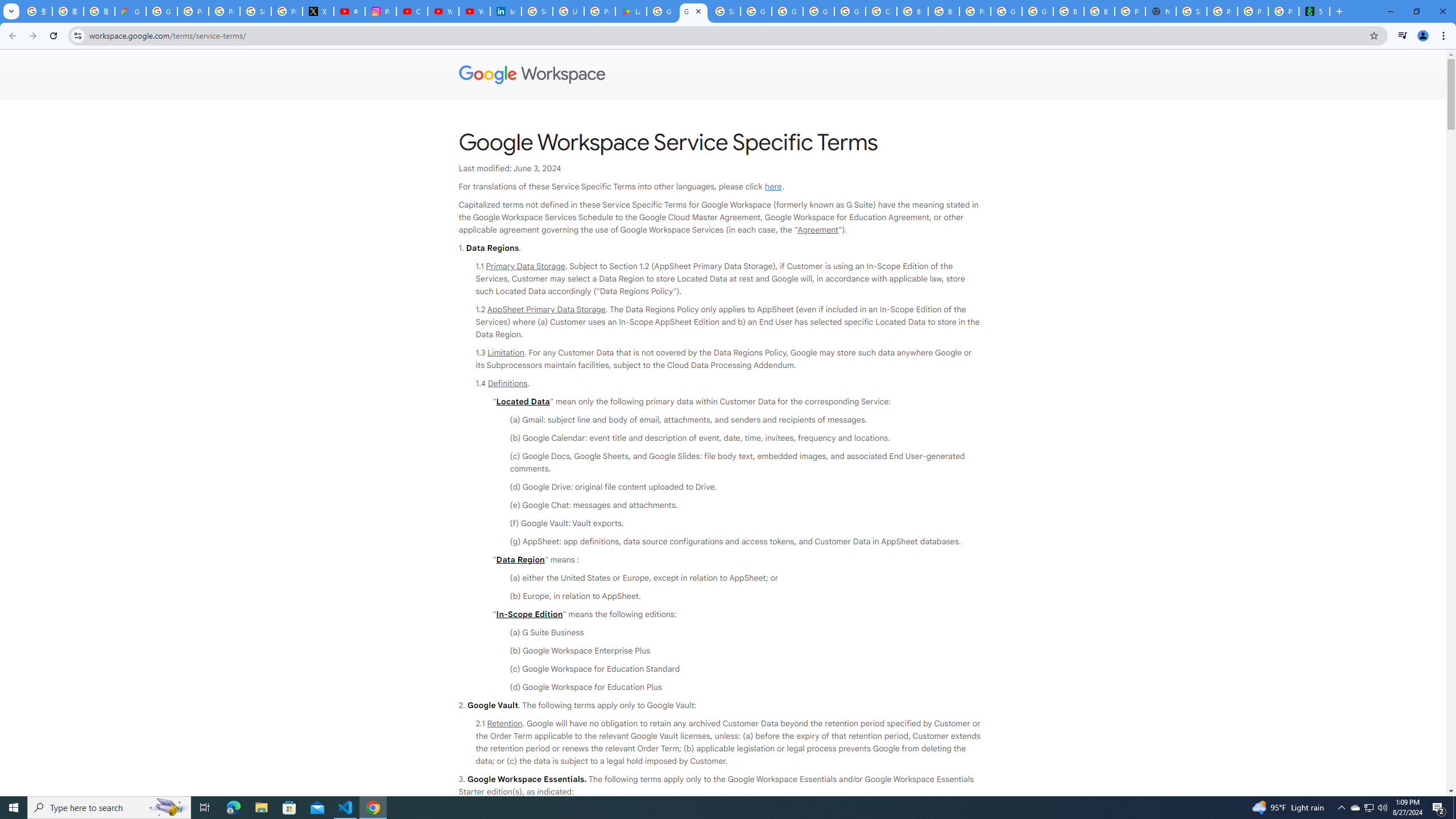 Image resolution: width=1456 pixels, height=819 pixels. Describe the element at coordinates (1160, 11) in the screenshot. I see `'New Tab'` at that location.